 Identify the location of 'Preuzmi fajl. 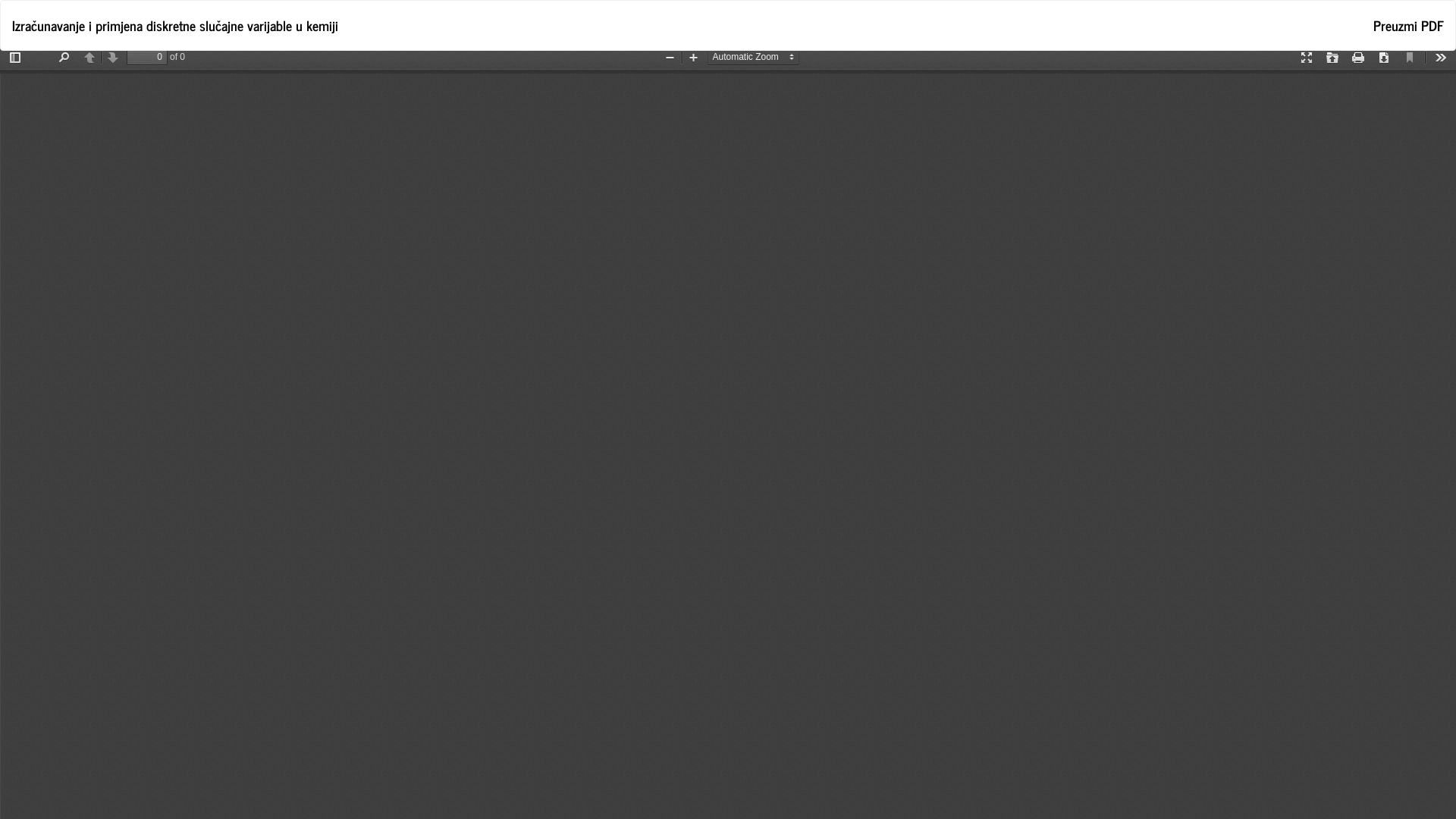
(1407, 25).